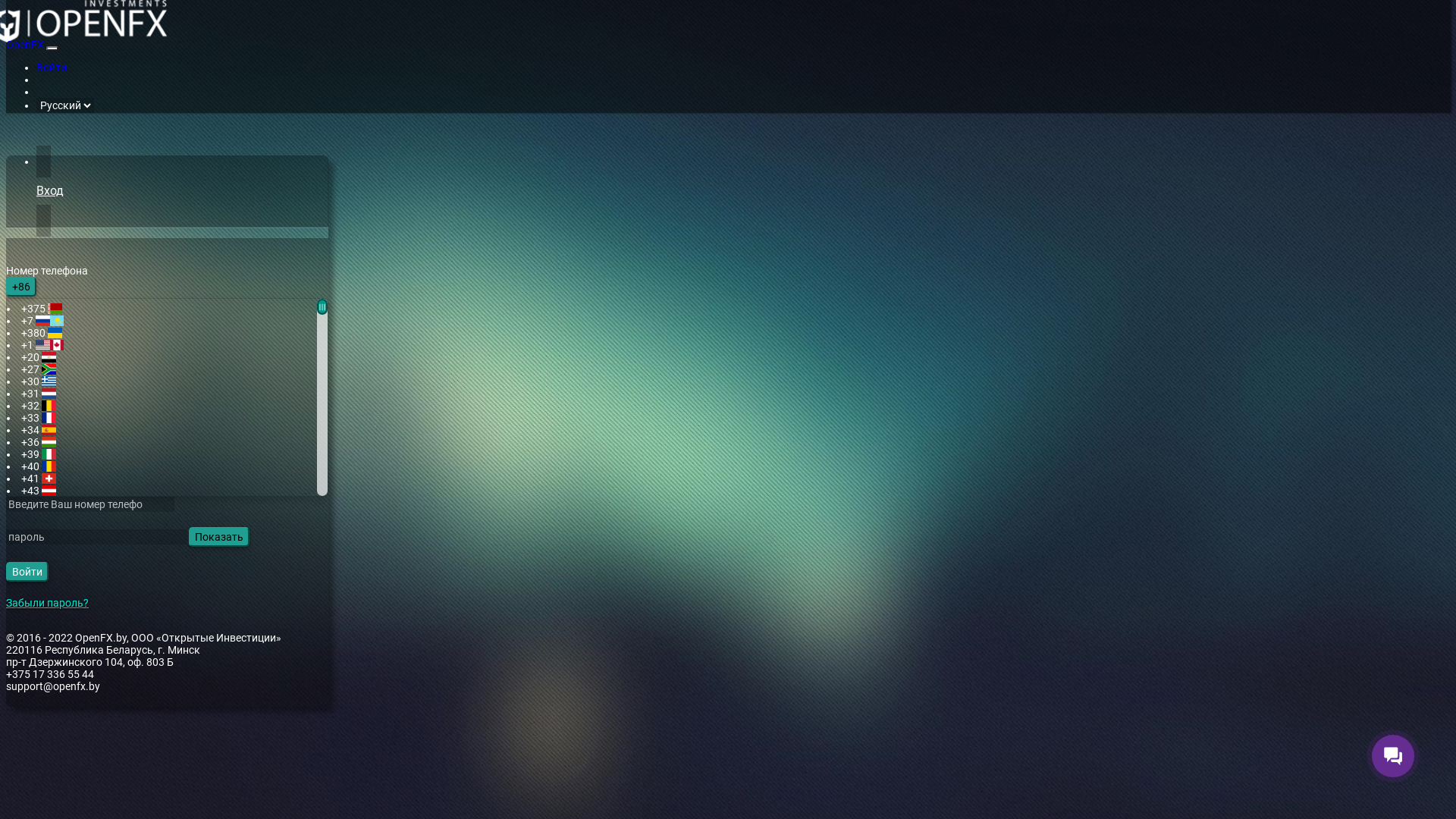 This screenshot has height=819, width=1456. Describe the element at coordinates (6, 287) in the screenshot. I see `'+86'` at that location.